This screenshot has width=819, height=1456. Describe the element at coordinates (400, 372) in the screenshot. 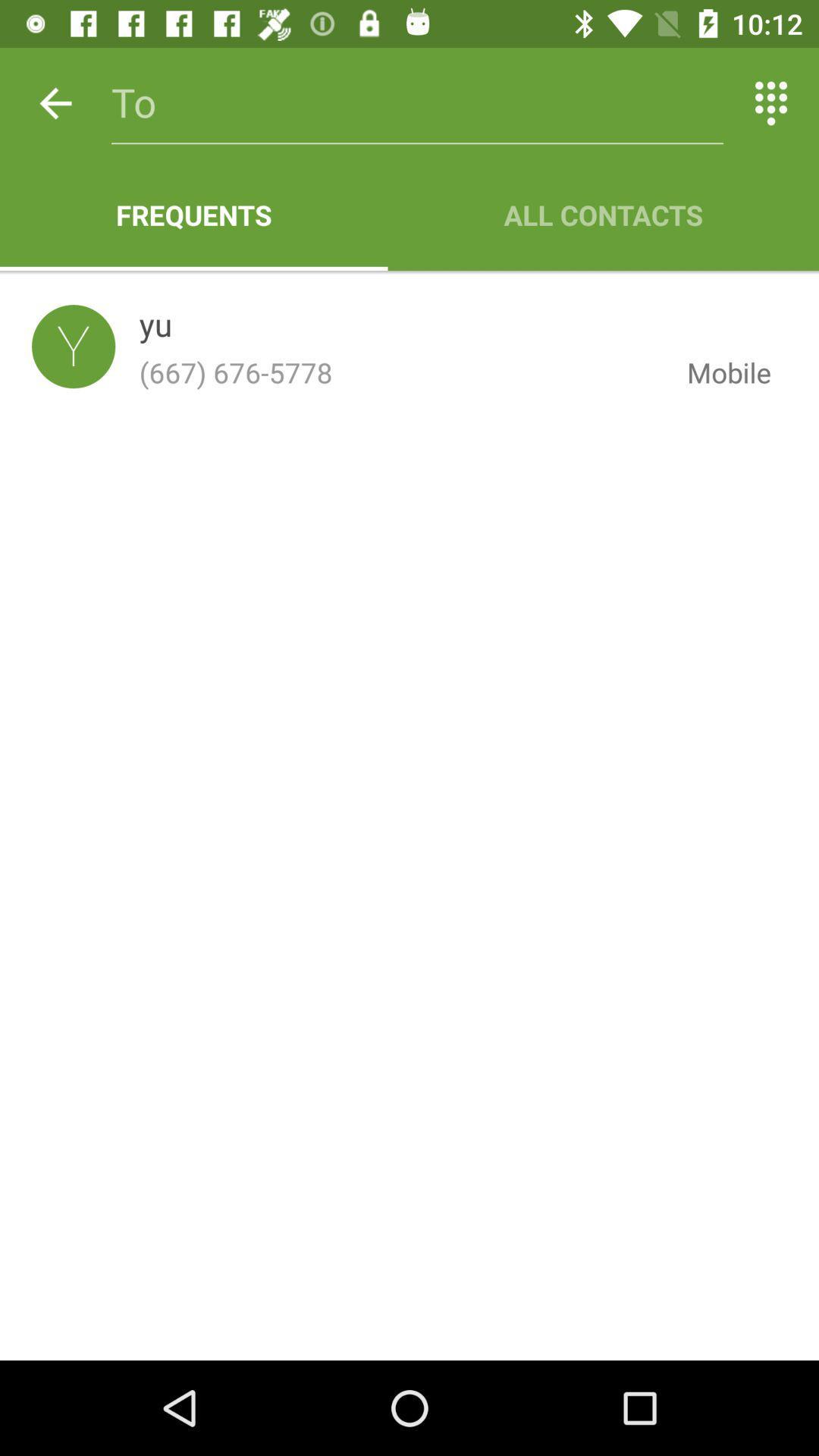

I see `icon below the yu item` at that location.